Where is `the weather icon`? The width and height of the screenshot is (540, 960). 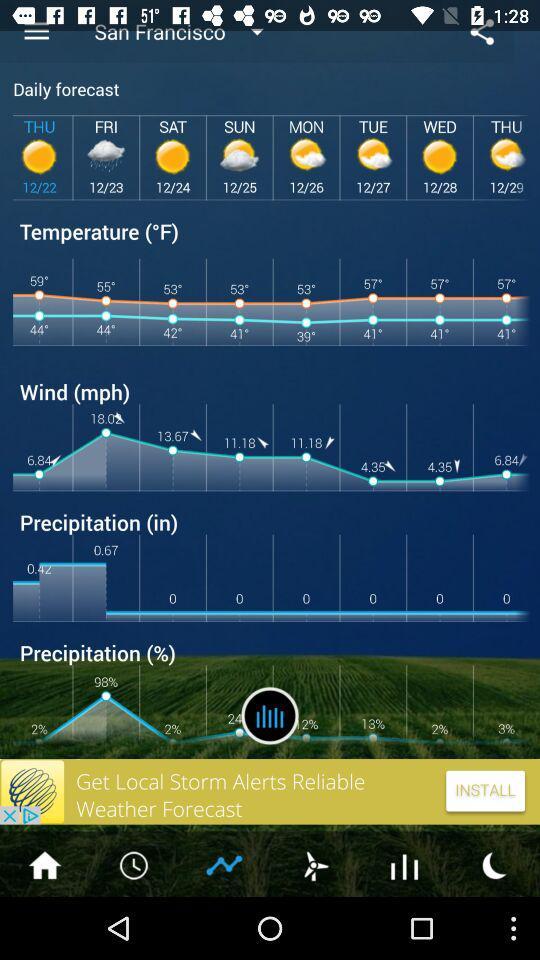 the weather icon is located at coordinates (314, 925).